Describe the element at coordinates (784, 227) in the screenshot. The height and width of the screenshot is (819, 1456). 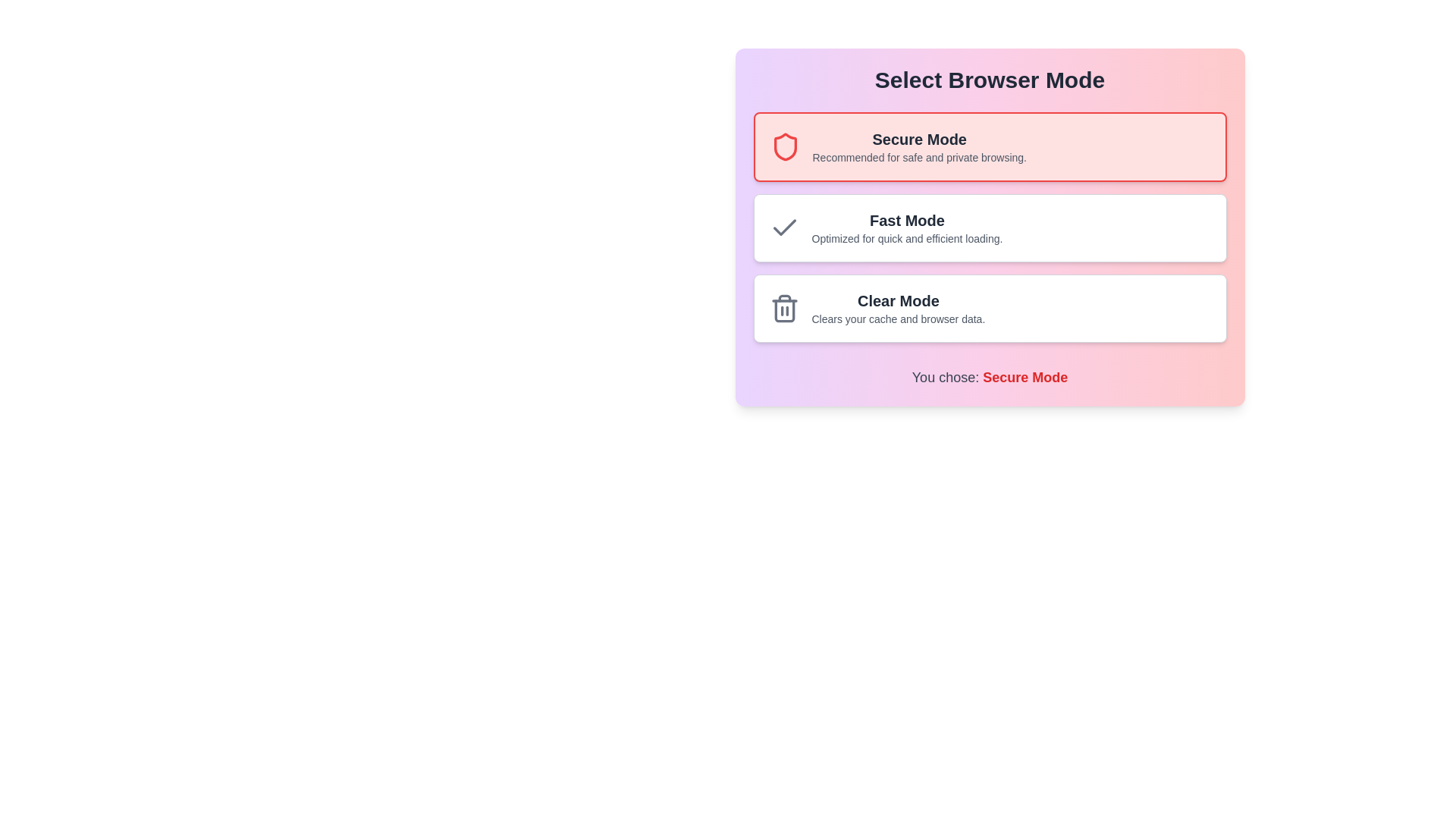
I see `the checkmark icon located next to the 'Fast Mode' option in the browser modes list` at that location.